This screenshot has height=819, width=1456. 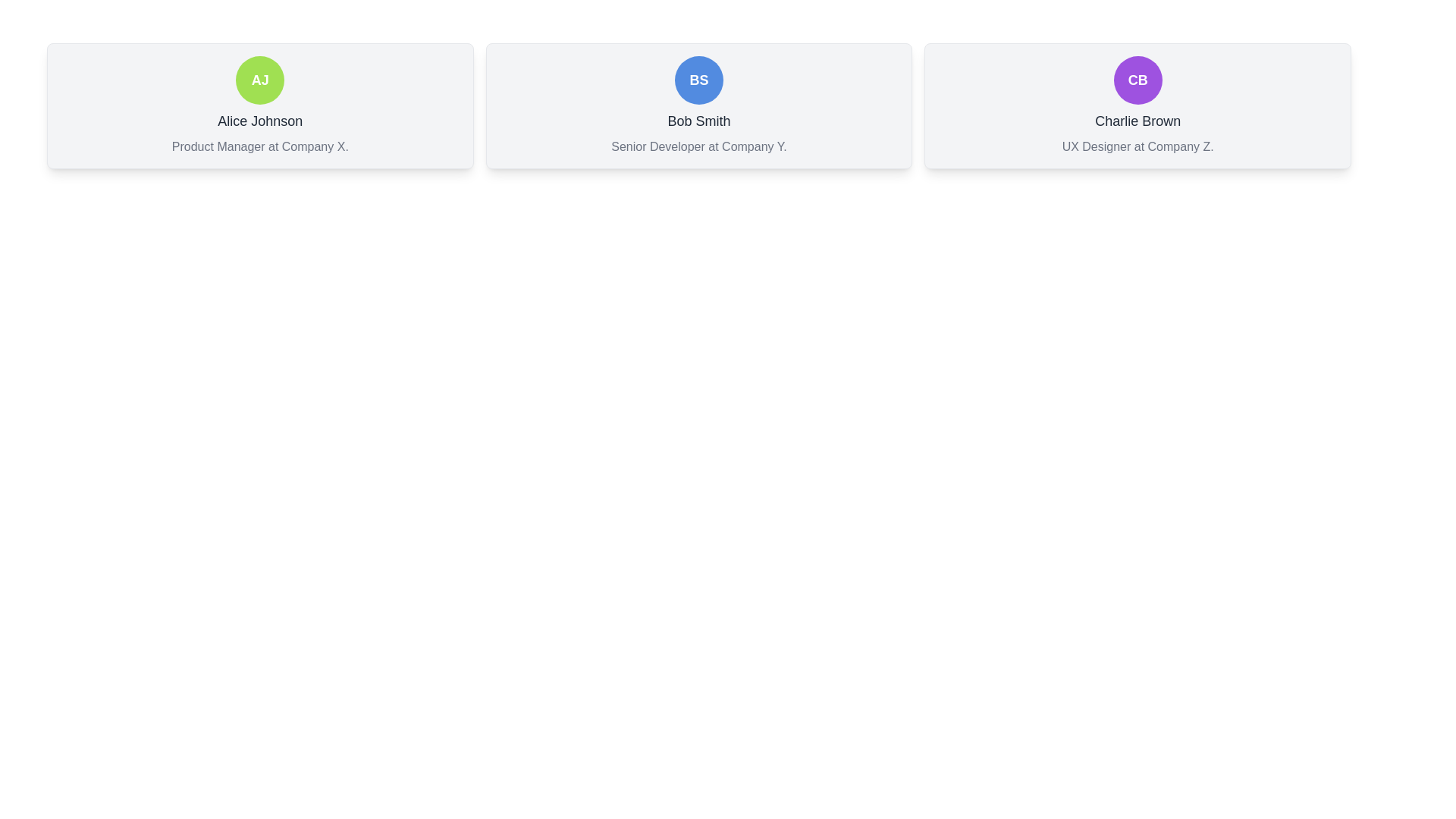 I want to click on the circular avatar with a purple background and white initials 'CB', which is positioned at the top of the card in the rightmost column, above the text 'Charlie Brown' and 'UX Designer at Company Z', so click(x=1137, y=80).